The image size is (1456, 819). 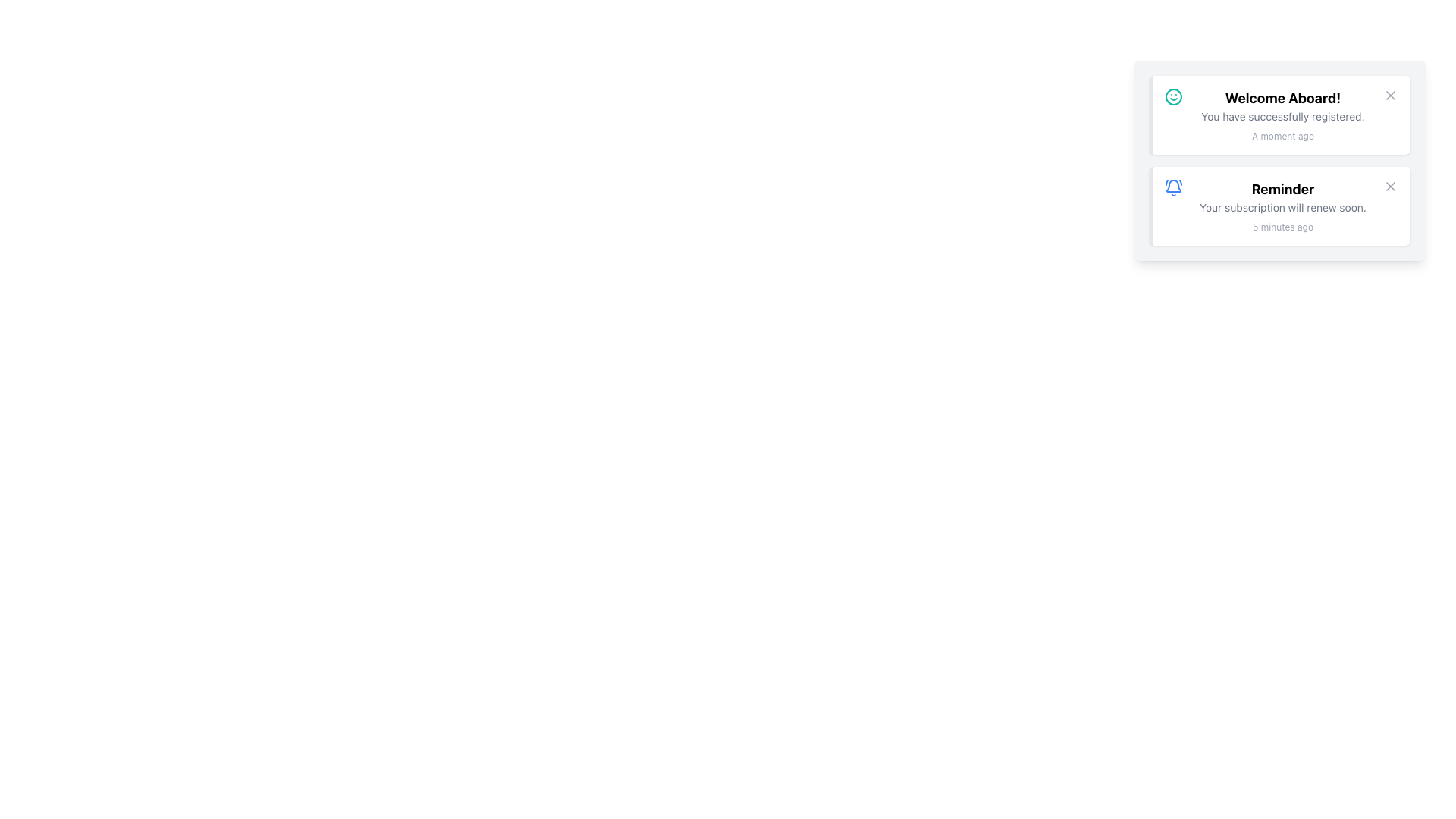 I want to click on the teal-colored circular boundary of the smiley face icon located in the upper notification card adjacent to the 'Welcome Aboard!' text, so click(x=1173, y=96).